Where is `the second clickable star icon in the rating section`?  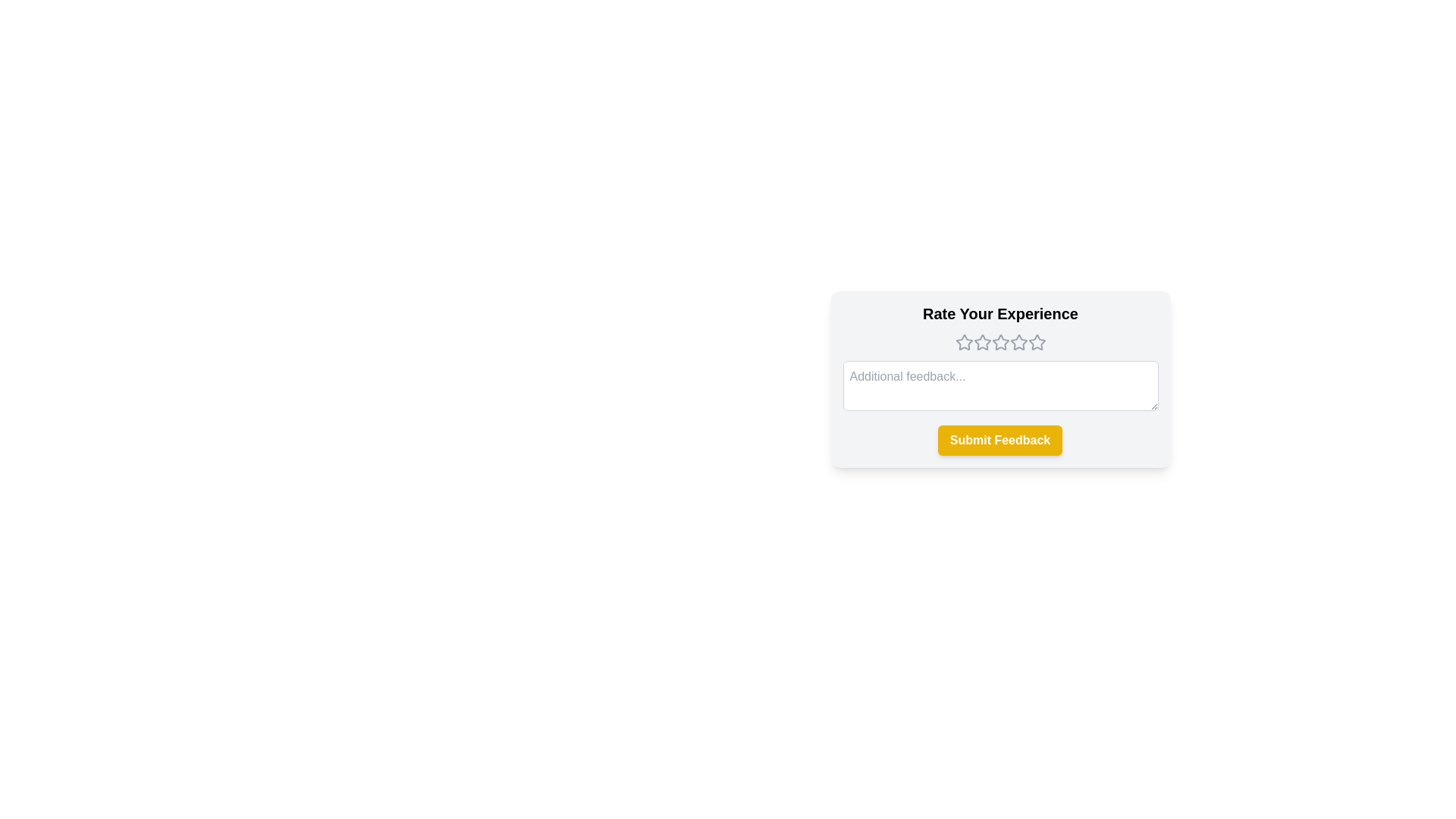 the second clickable star icon in the rating section is located at coordinates (1000, 342).